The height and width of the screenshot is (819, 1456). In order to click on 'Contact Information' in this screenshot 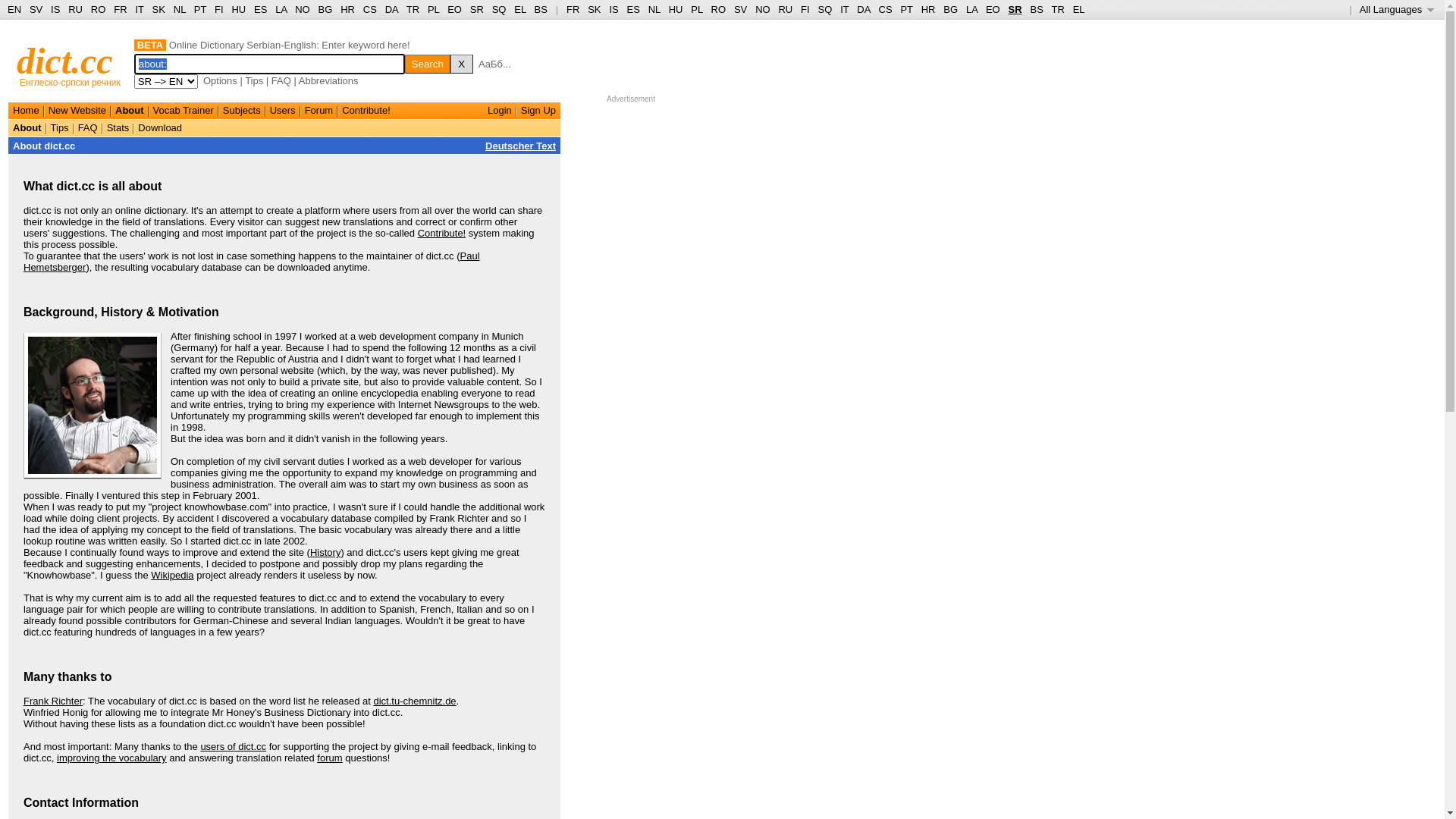, I will do `click(80, 802)`.